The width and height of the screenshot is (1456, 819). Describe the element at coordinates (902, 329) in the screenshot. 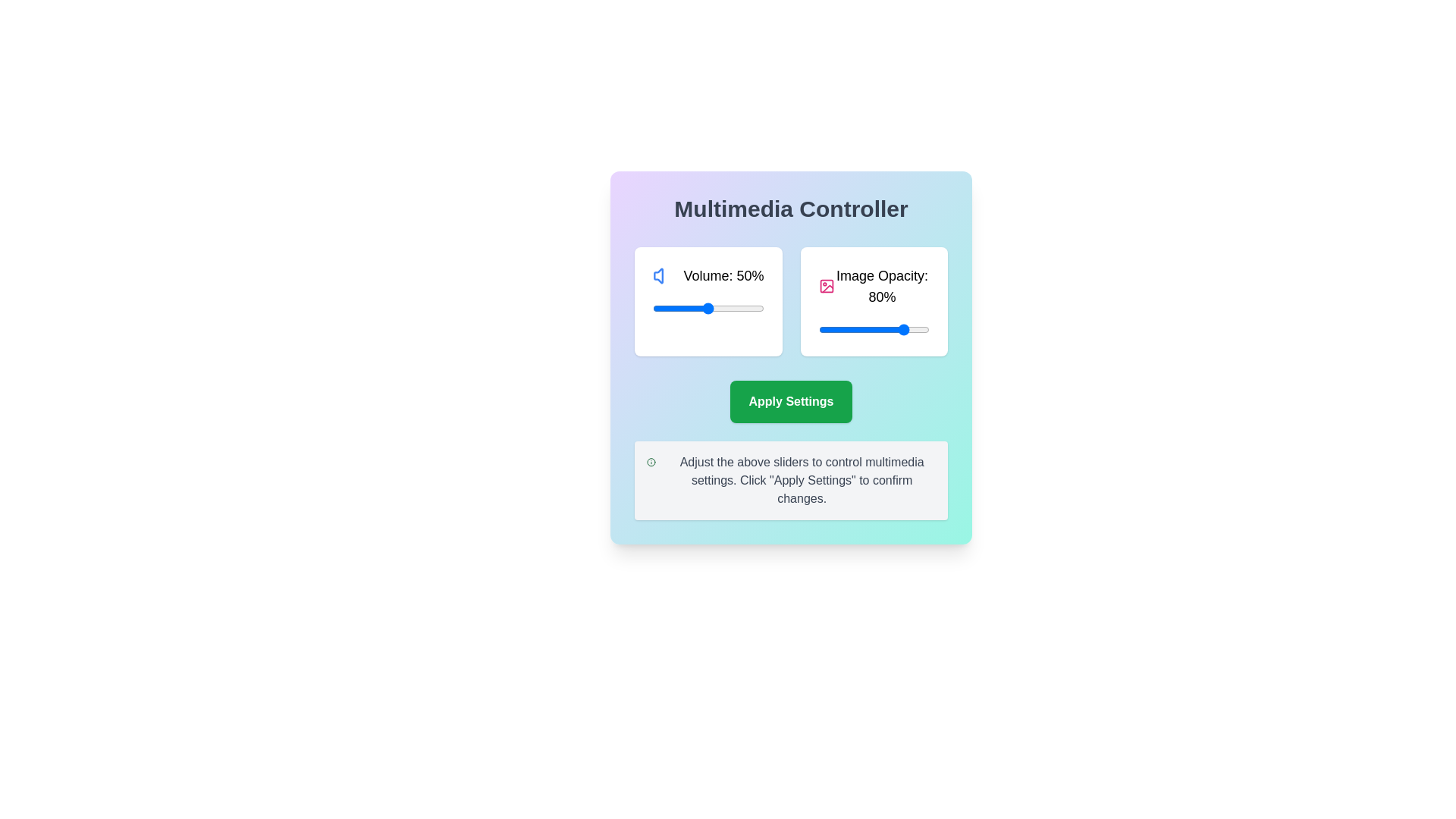

I see `the image opacity slider to set the transparency to 75%` at that location.